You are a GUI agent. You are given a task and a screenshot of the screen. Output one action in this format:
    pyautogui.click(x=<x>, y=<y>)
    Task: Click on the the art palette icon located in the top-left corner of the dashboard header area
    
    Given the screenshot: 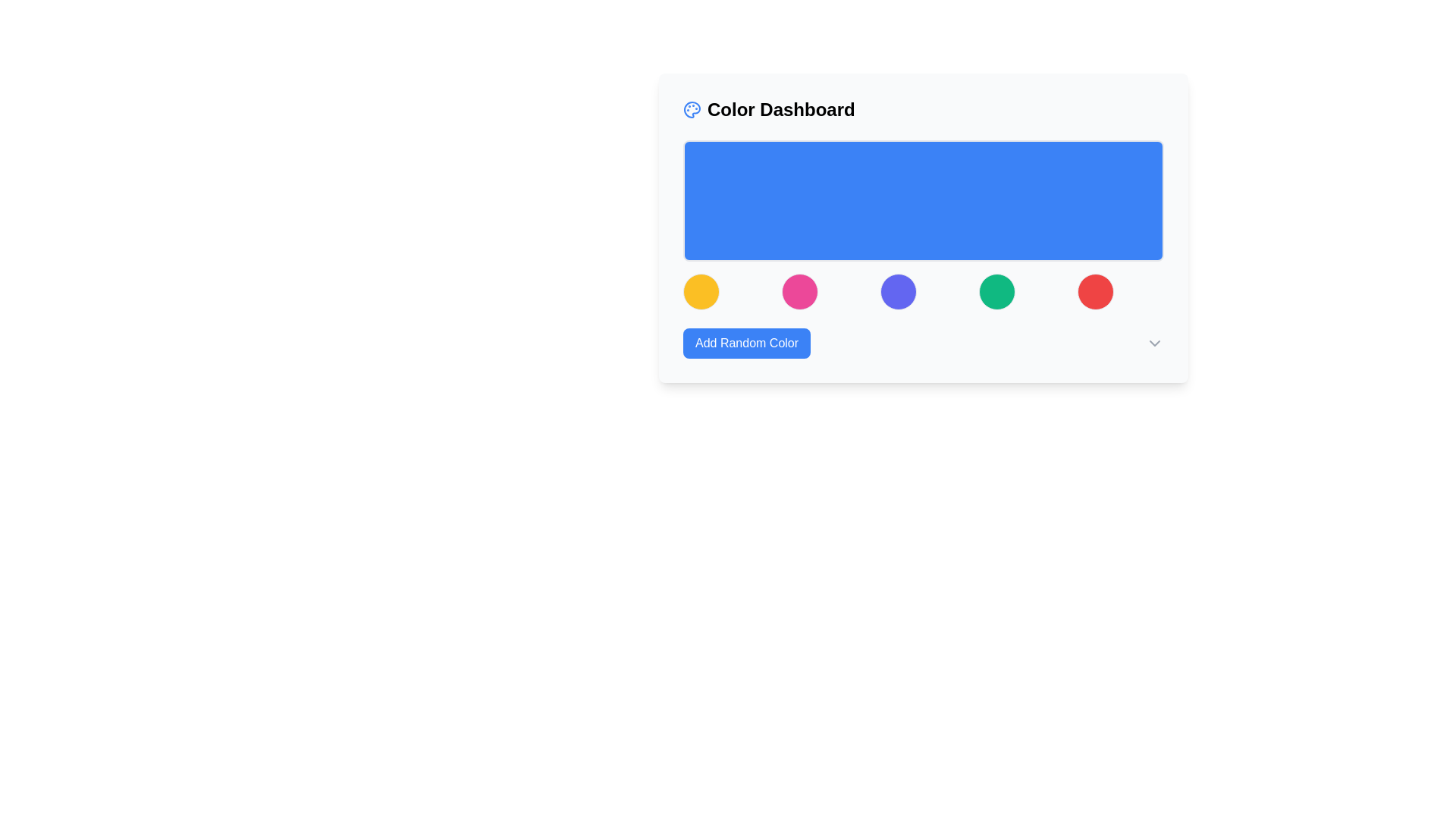 What is the action you would take?
    pyautogui.click(x=691, y=109)
    